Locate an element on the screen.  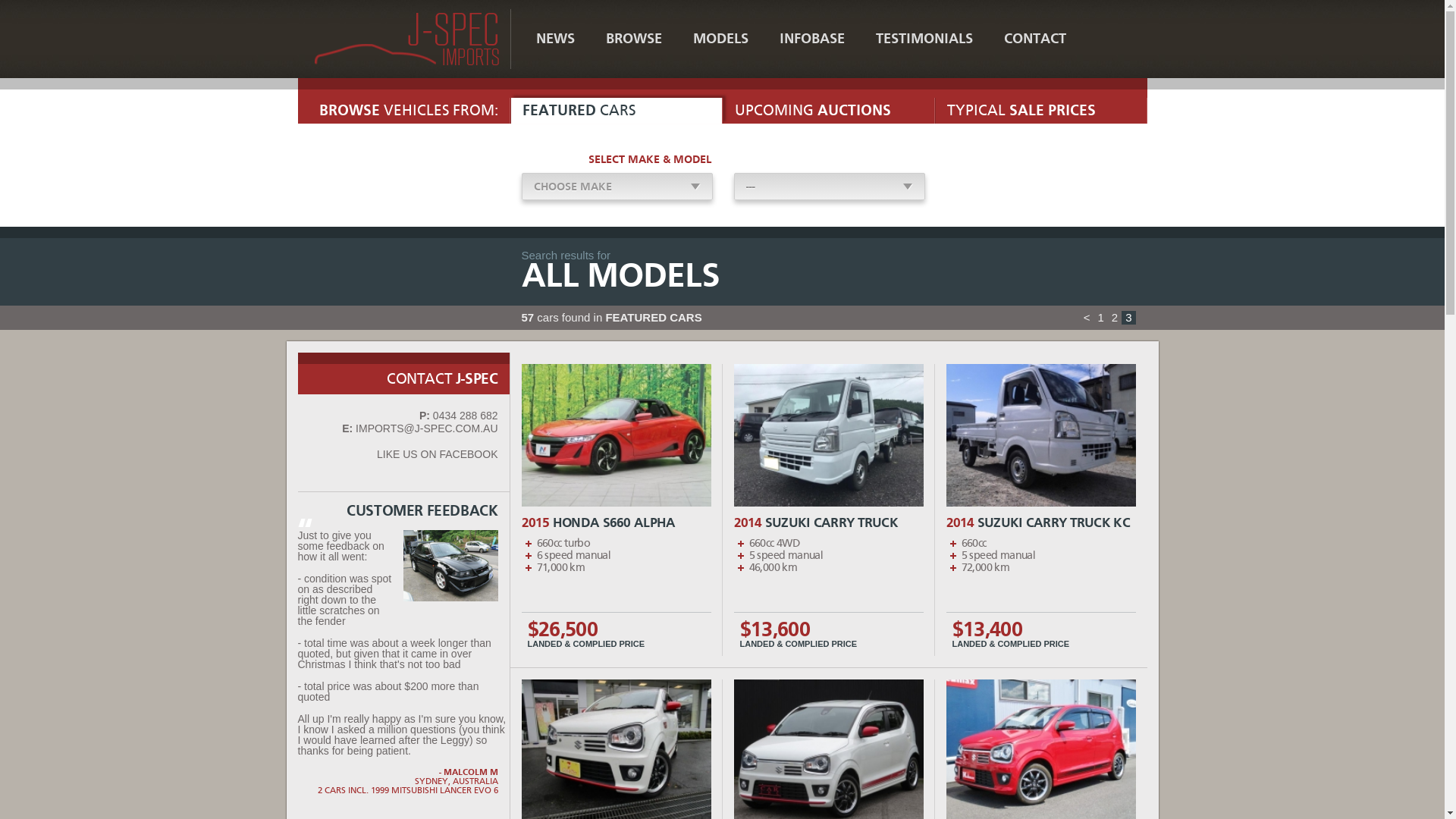
'2' is located at coordinates (1114, 317).